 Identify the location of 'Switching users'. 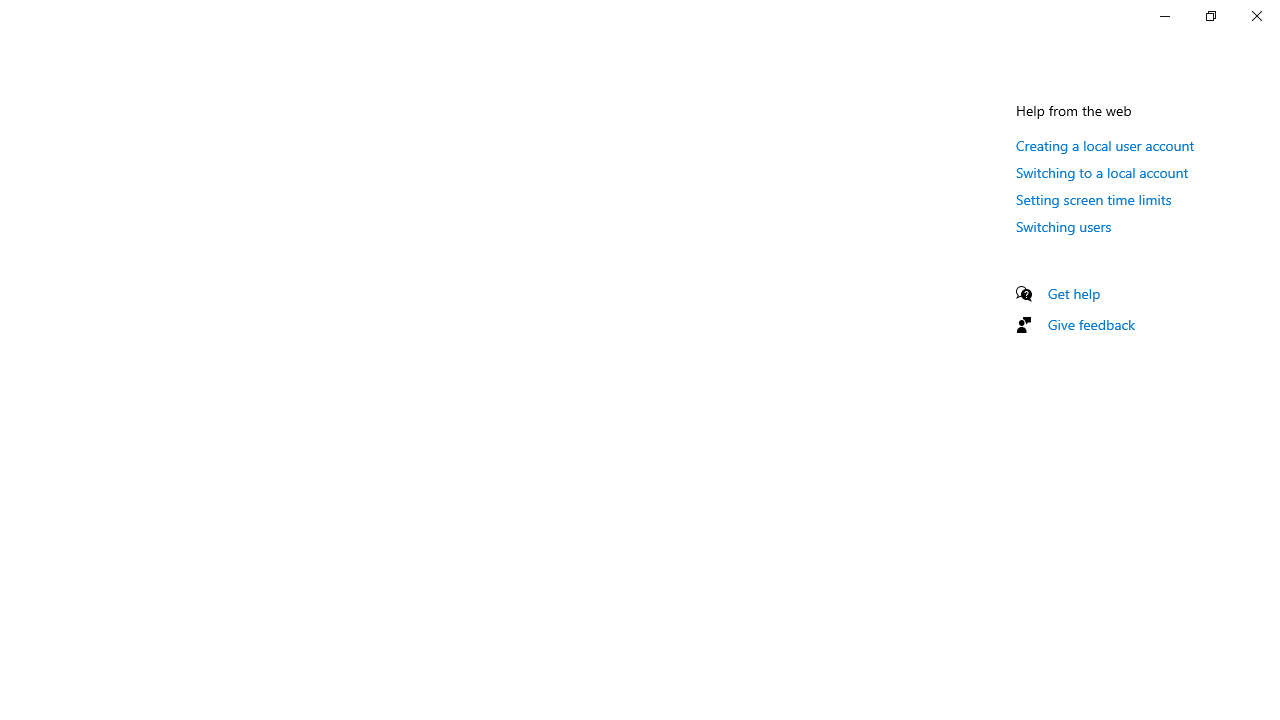
(1063, 225).